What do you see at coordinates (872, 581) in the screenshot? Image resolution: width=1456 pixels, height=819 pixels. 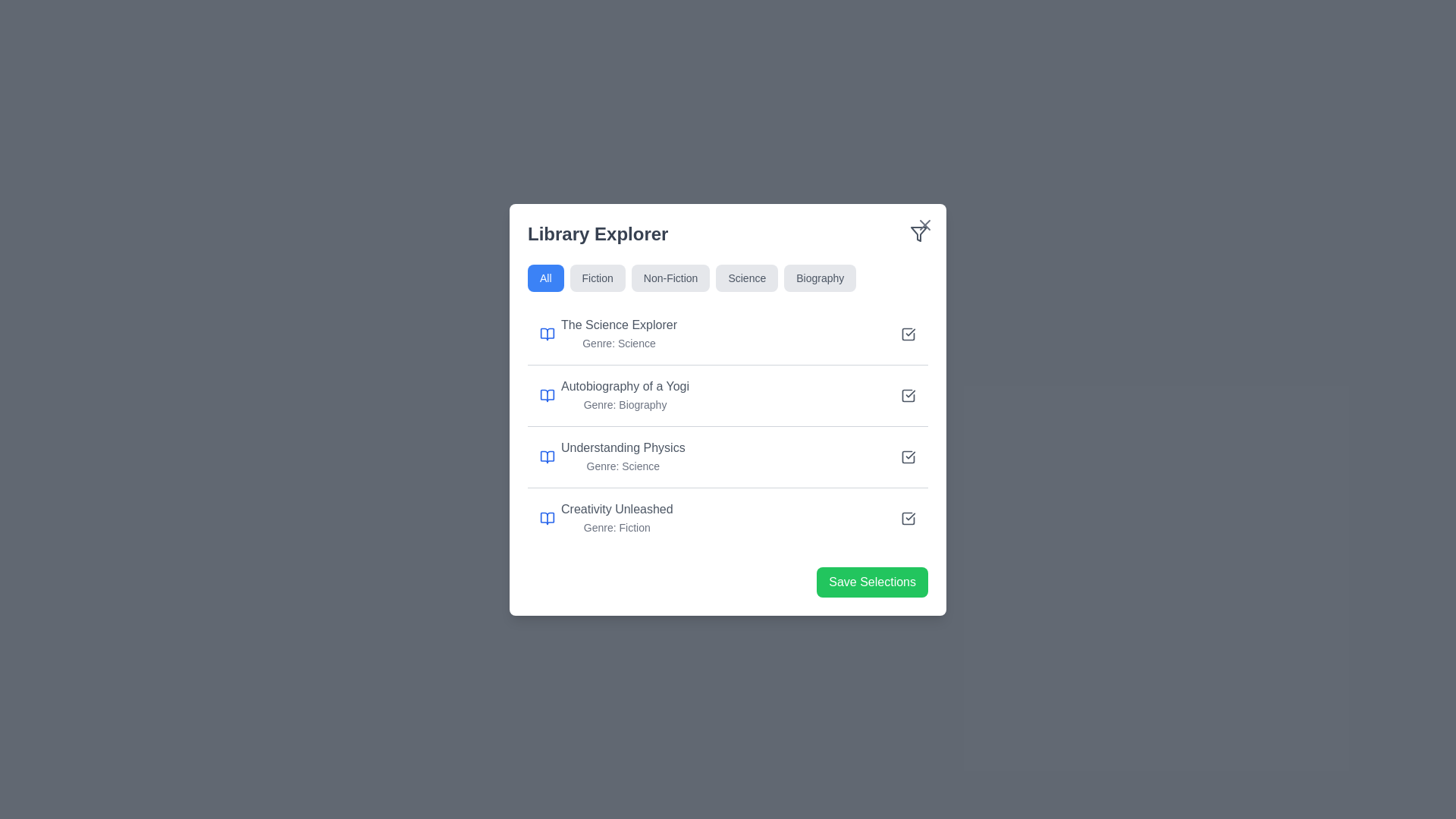 I see `the save button located at the bottom-right corner of the 'Library Explorer' card` at bounding box center [872, 581].